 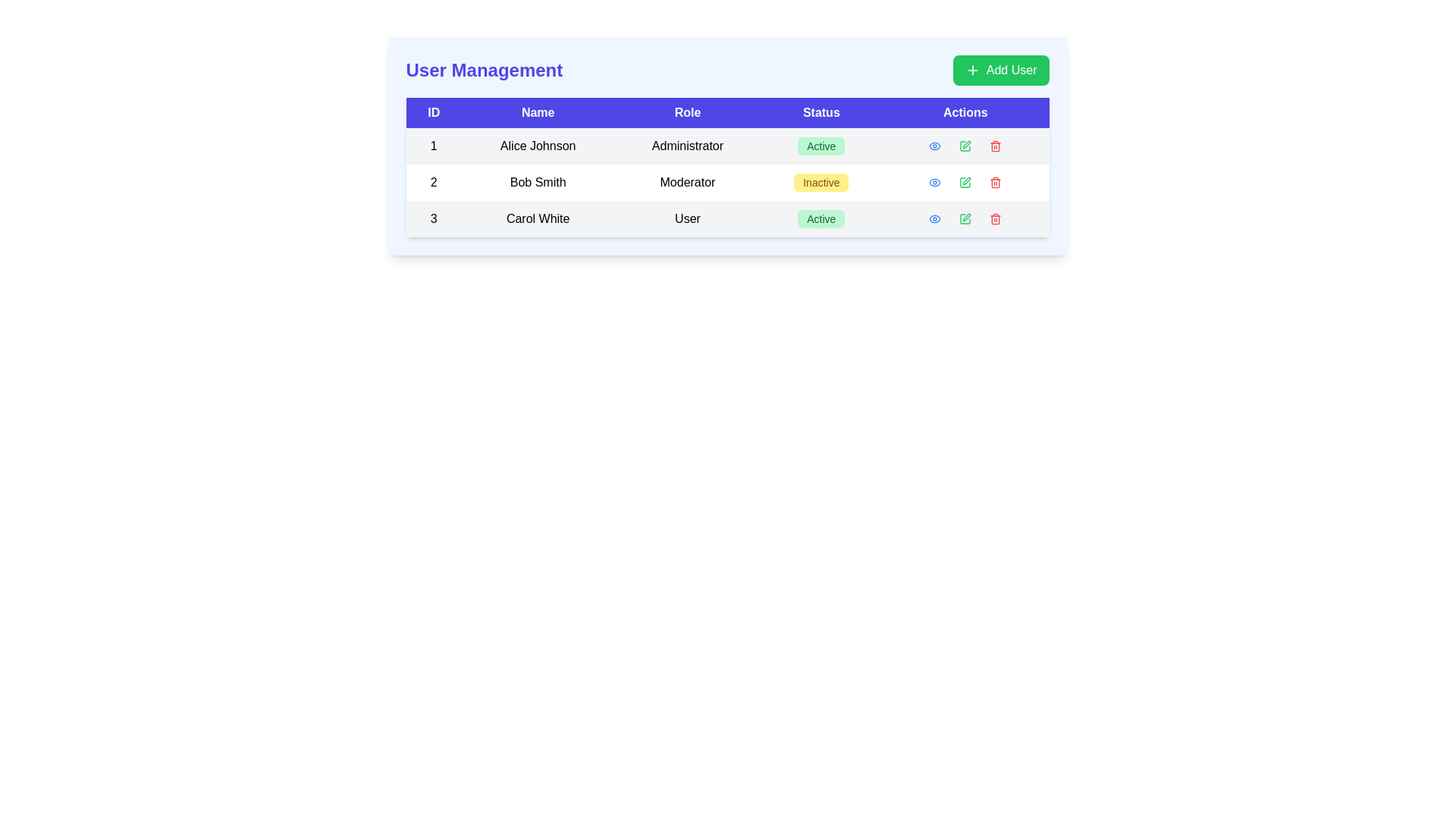 I want to click on the 'edit' icon in the Actions column of the User Management table for the second row corresponding to 'Bob Smith', so click(x=966, y=180).